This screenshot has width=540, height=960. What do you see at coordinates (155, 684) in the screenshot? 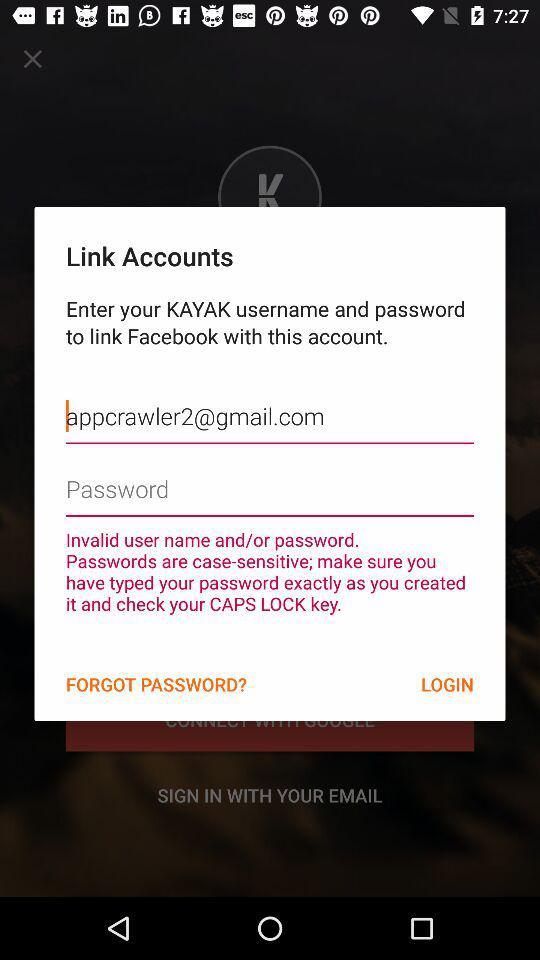
I see `the forgot password? at the bottom left corner` at bounding box center [155, 684].